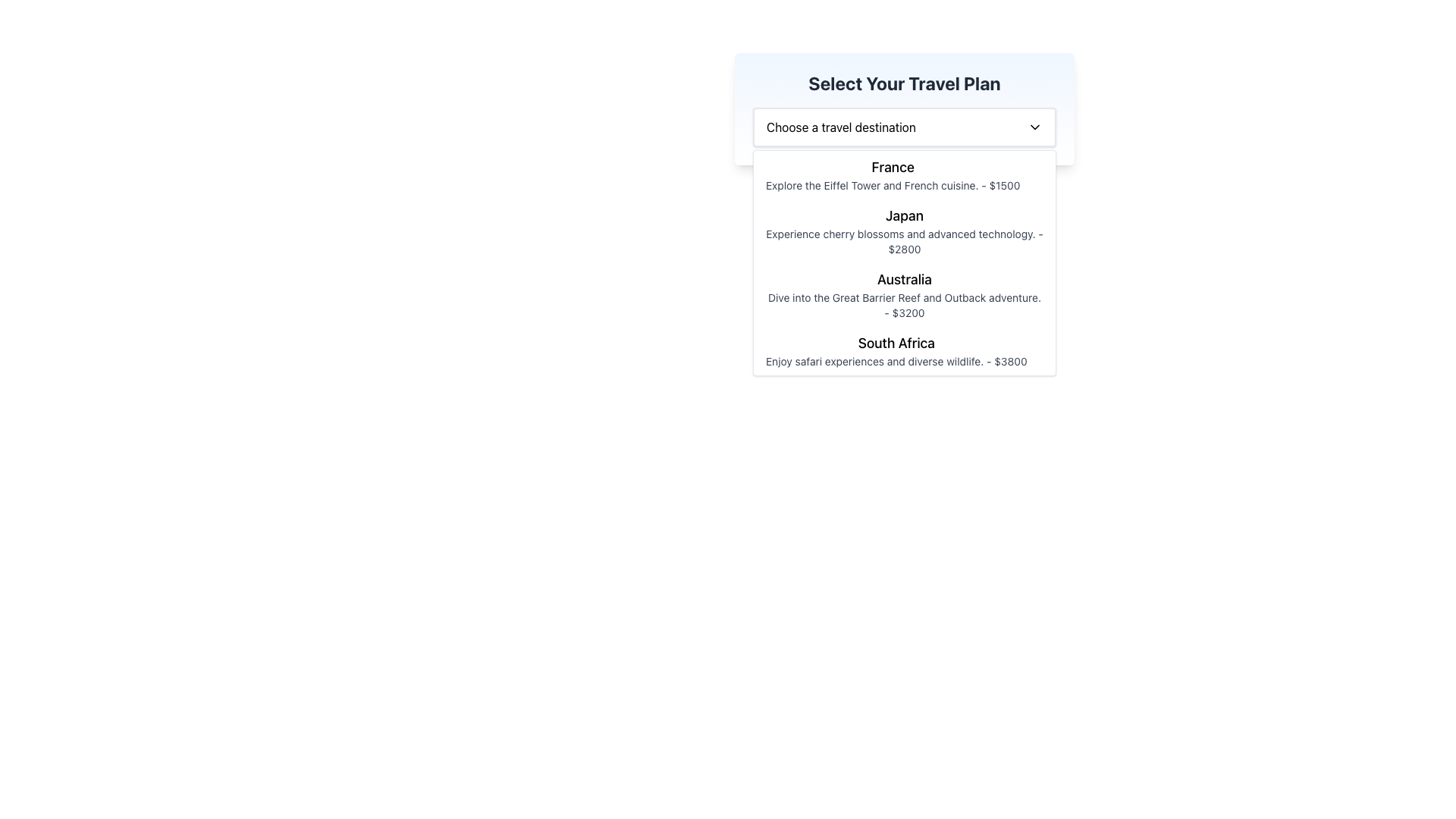  I want to click on the second travel option in the dropdown menu that displays 'Japan' along with its pricing details, so click(905, 231).